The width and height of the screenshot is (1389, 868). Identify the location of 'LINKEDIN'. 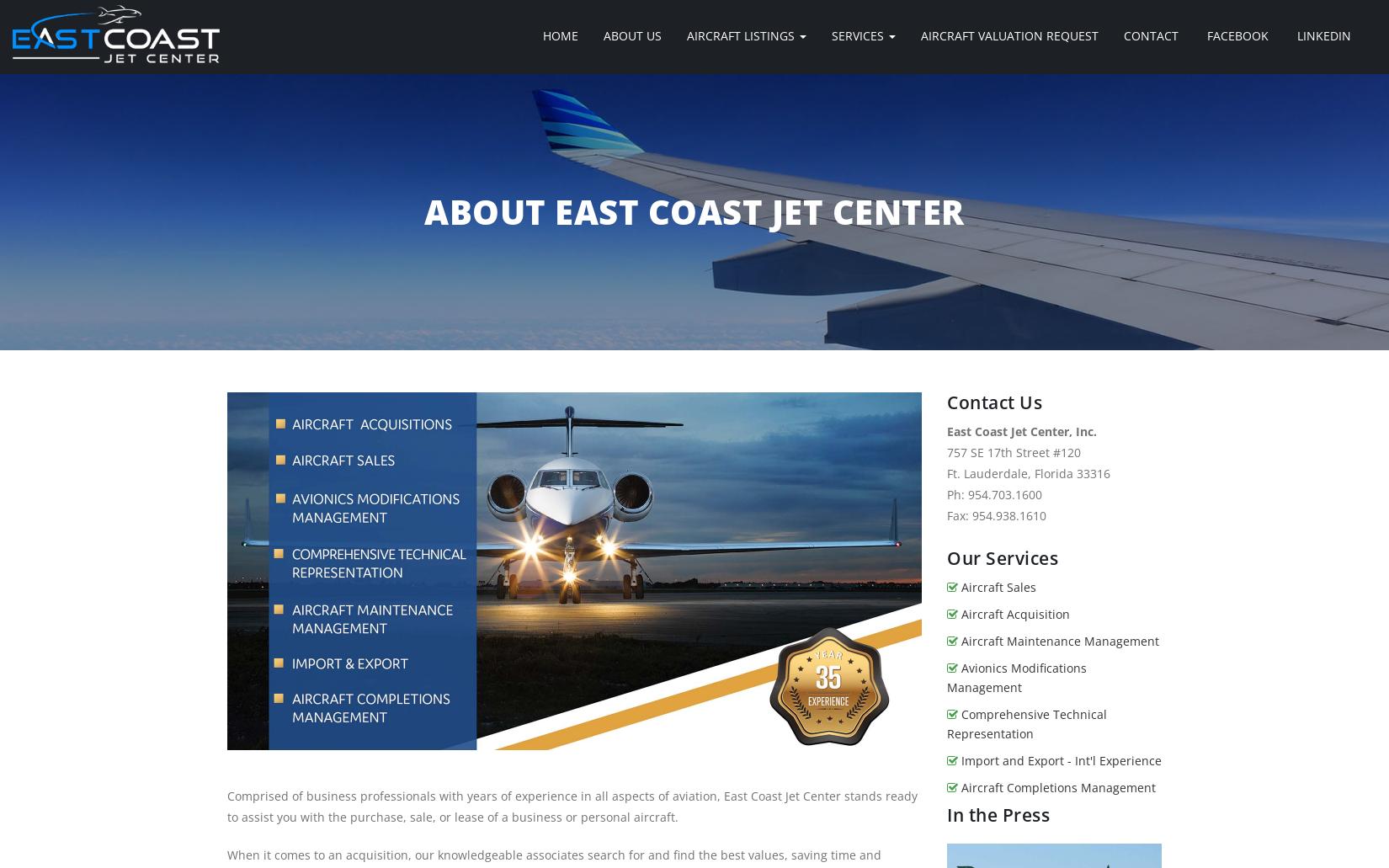
(1292, 35).